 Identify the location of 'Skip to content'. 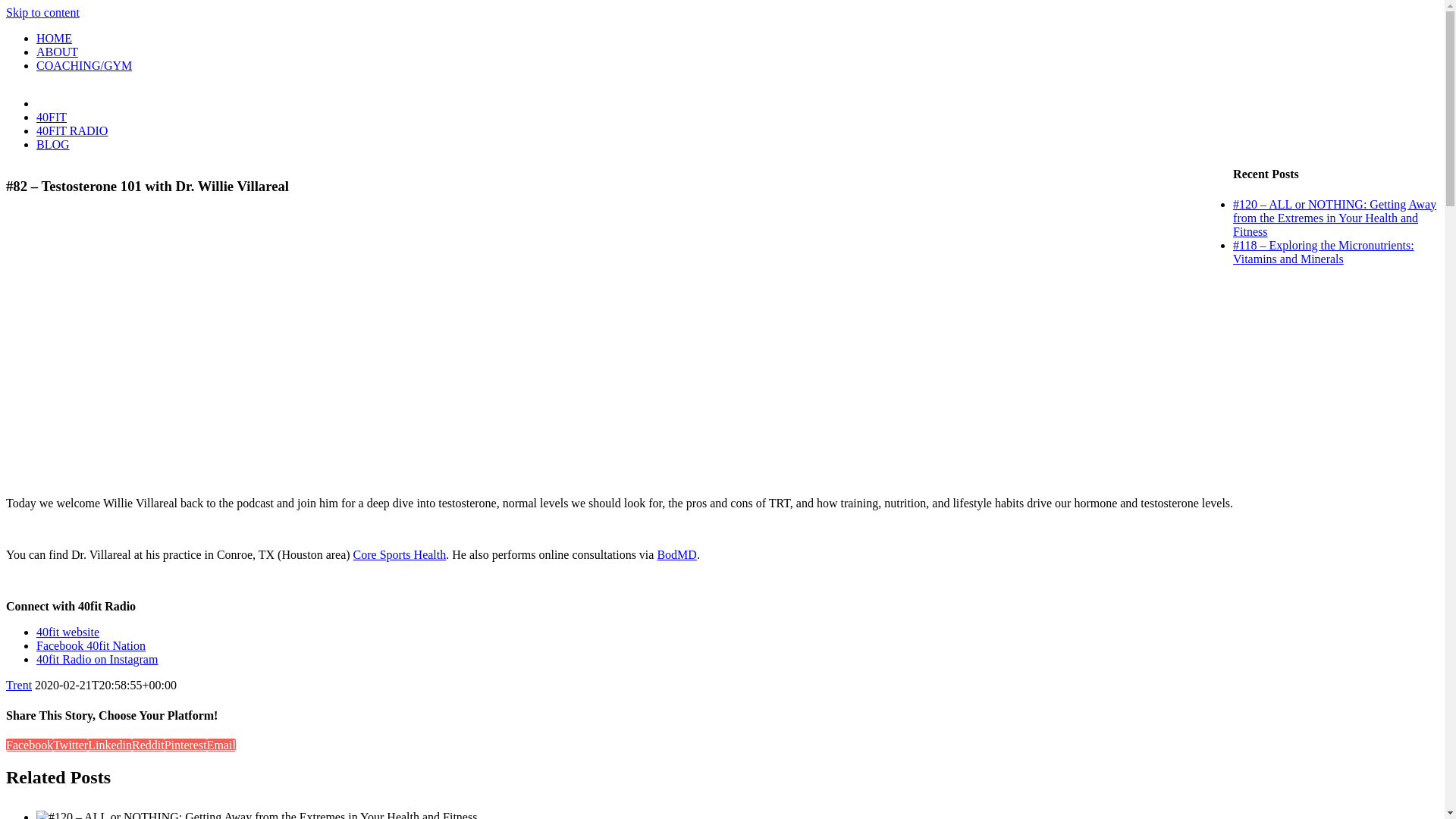
(42, 12).